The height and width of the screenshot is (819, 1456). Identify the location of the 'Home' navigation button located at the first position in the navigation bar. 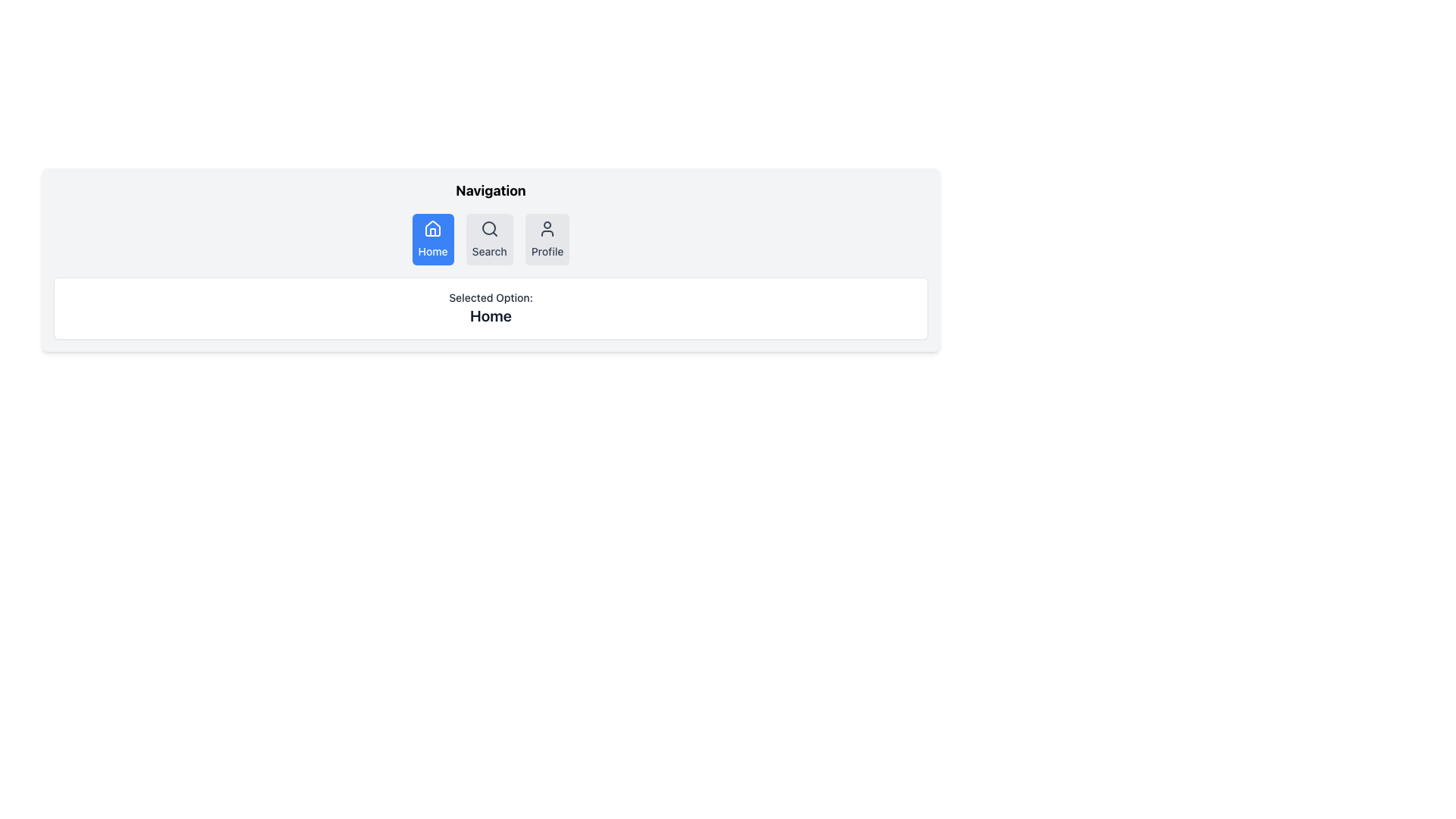
(432, 239).